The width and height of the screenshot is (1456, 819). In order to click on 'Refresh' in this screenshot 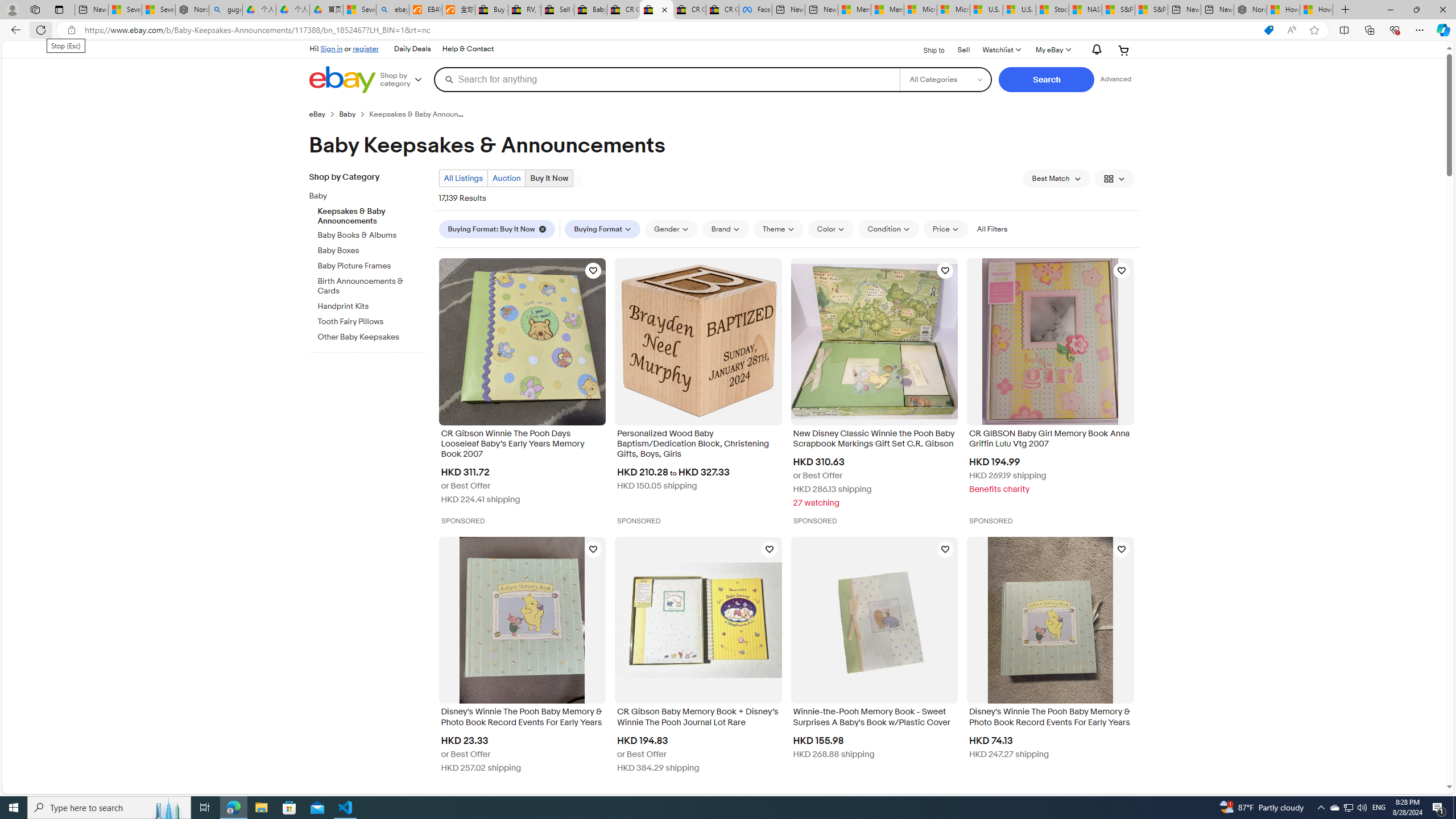, I will do `click(40, 29)`.